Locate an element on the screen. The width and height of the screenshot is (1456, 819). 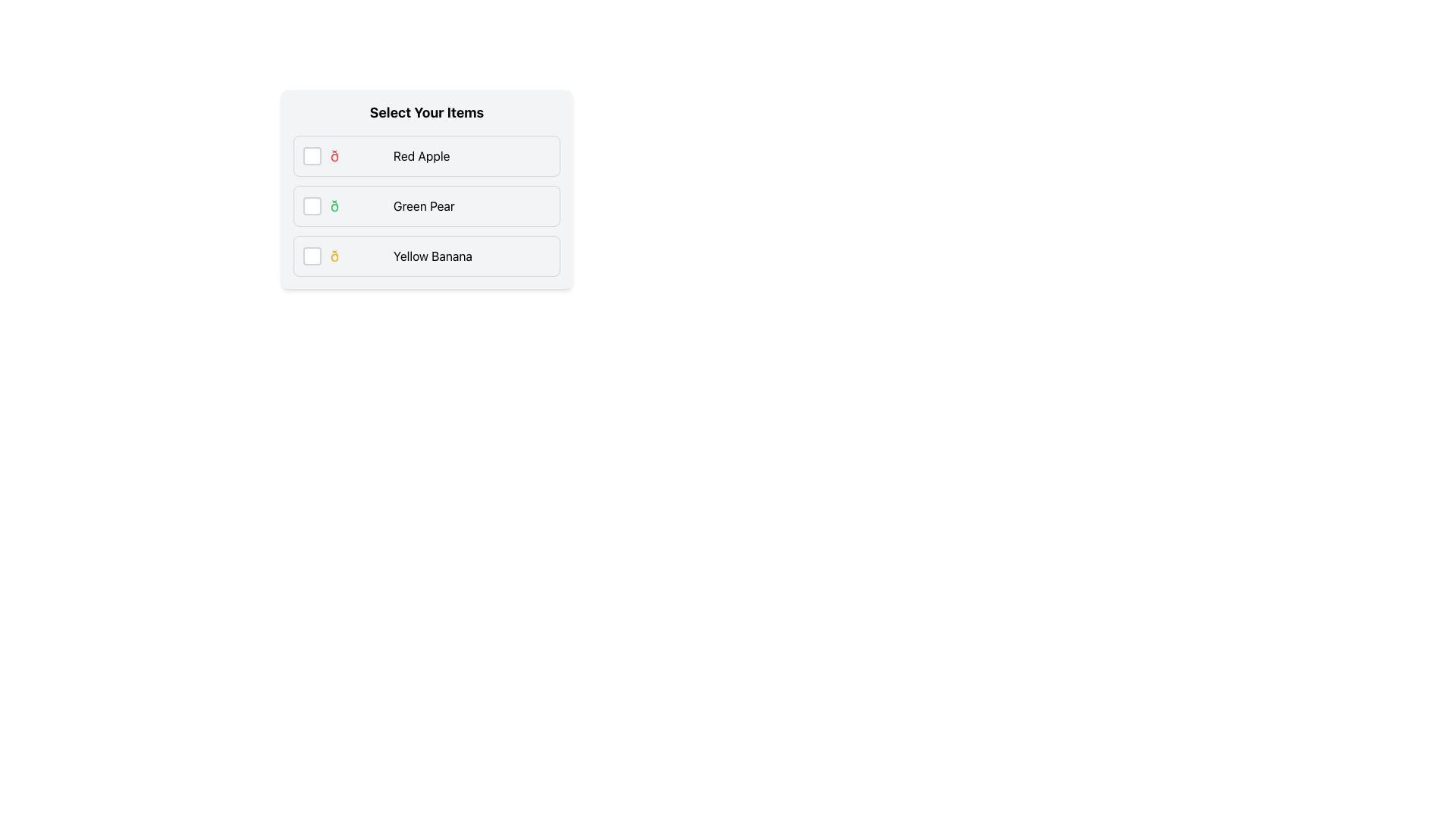
the selection item row featuring a green pear emoji and the text 'Green Pear' is located at coordinates (425, 206).